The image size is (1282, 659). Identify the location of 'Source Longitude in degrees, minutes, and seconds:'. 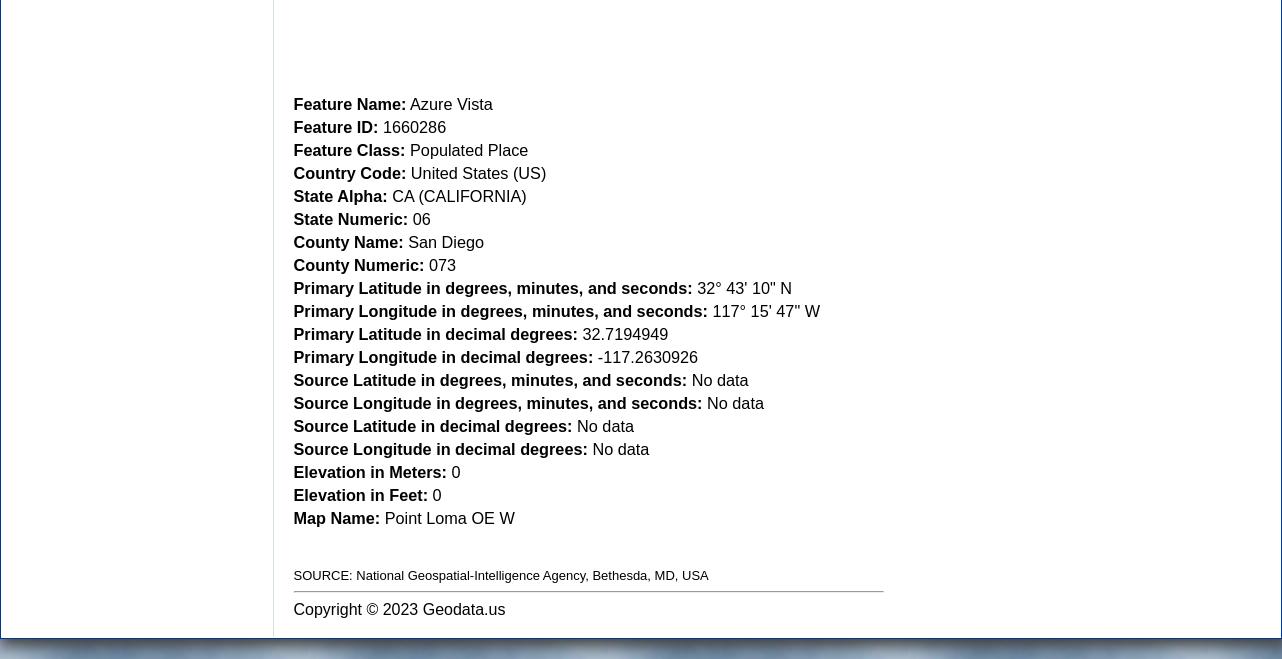
(497, 400).